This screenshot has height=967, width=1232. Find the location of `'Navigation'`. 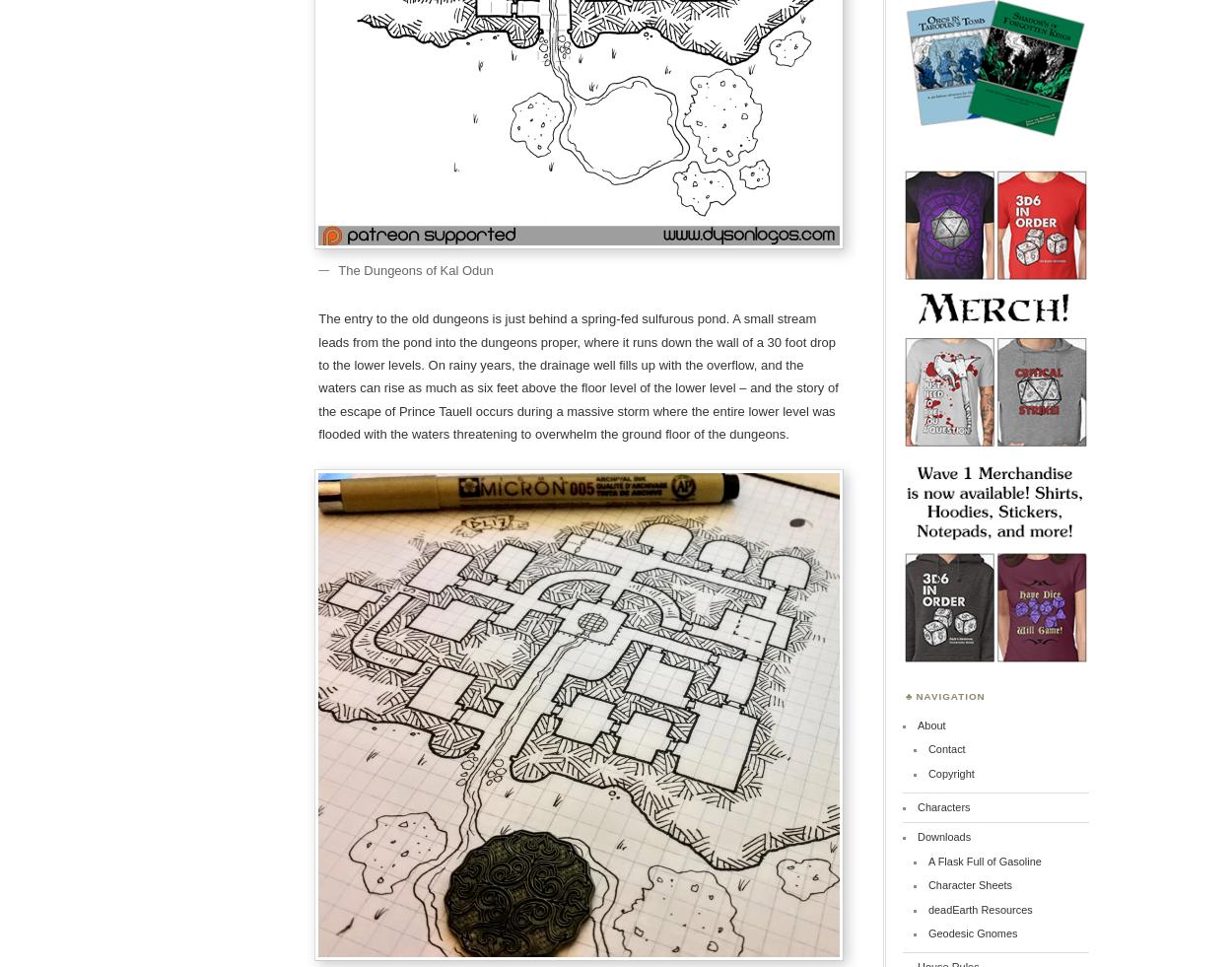

'Navigation' is located at coordinates (949, 695).